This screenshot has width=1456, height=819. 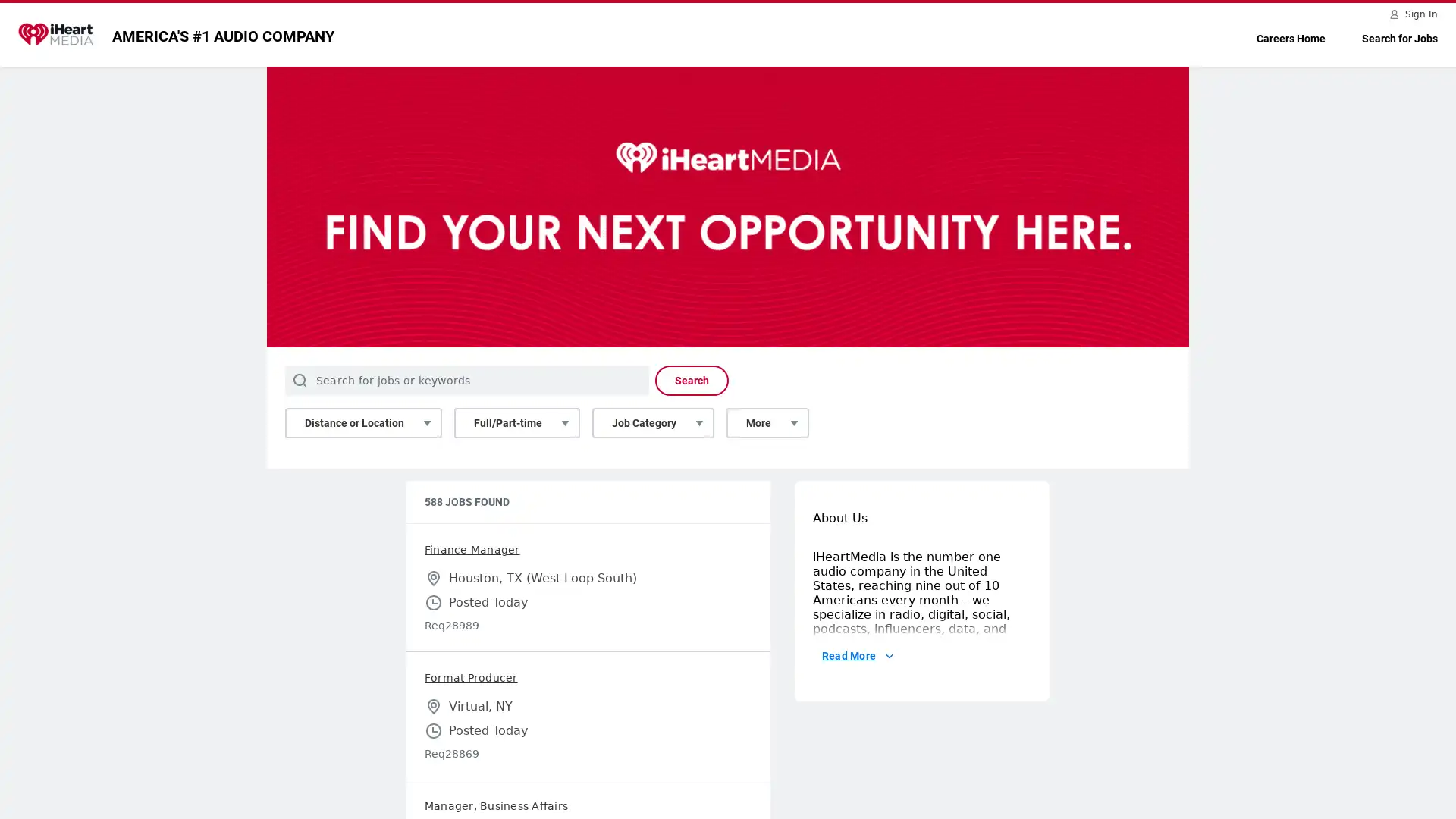 What do you see at coordinates (856, 769) in the screenshot?
I see `Read More About Us` at bounding box center [856, 769].